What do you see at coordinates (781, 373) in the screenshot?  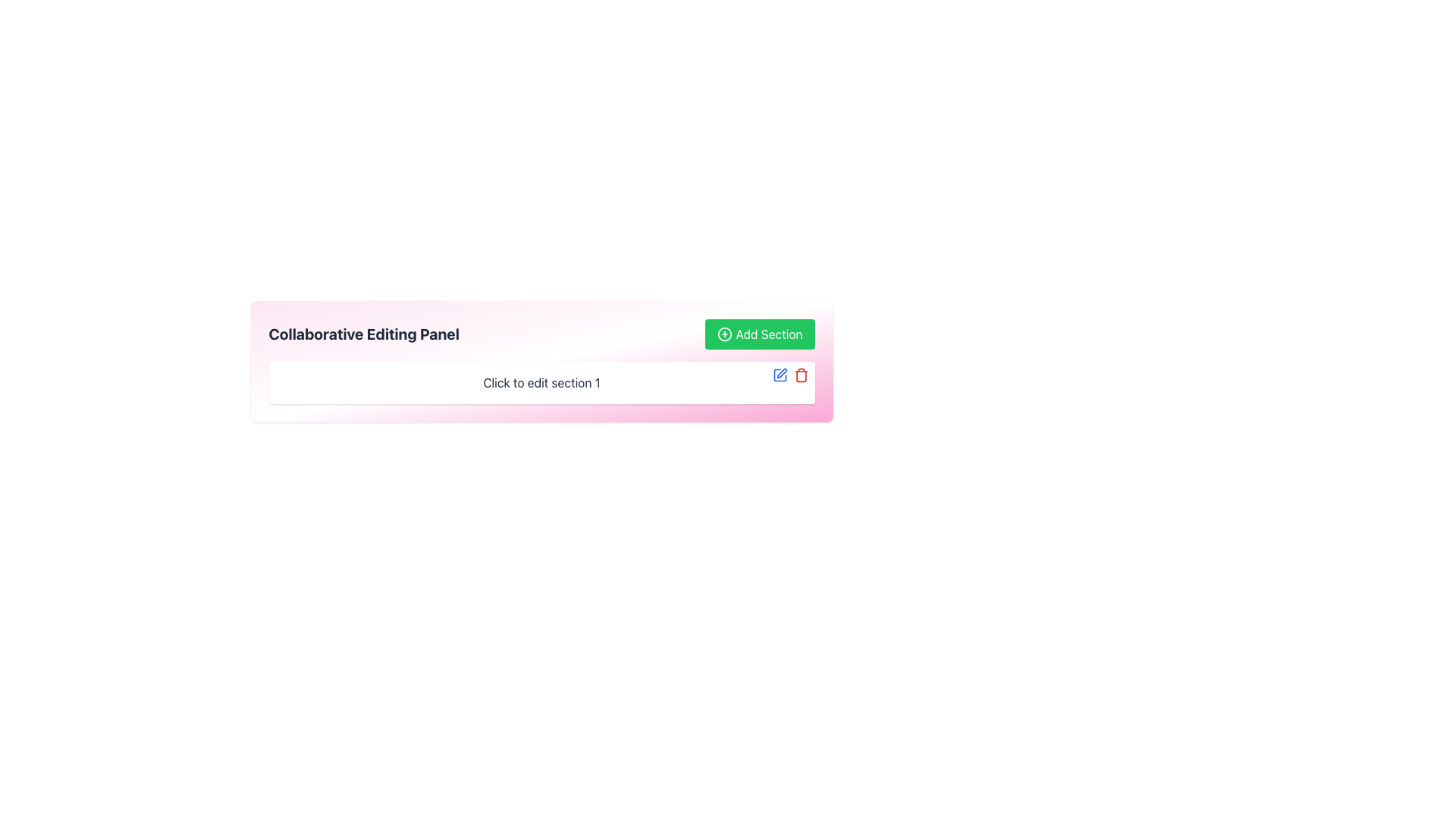 I see `the 'Edit' icon button located at the right edge of the input field labeled 'Click` at bounding box center [781, 373].